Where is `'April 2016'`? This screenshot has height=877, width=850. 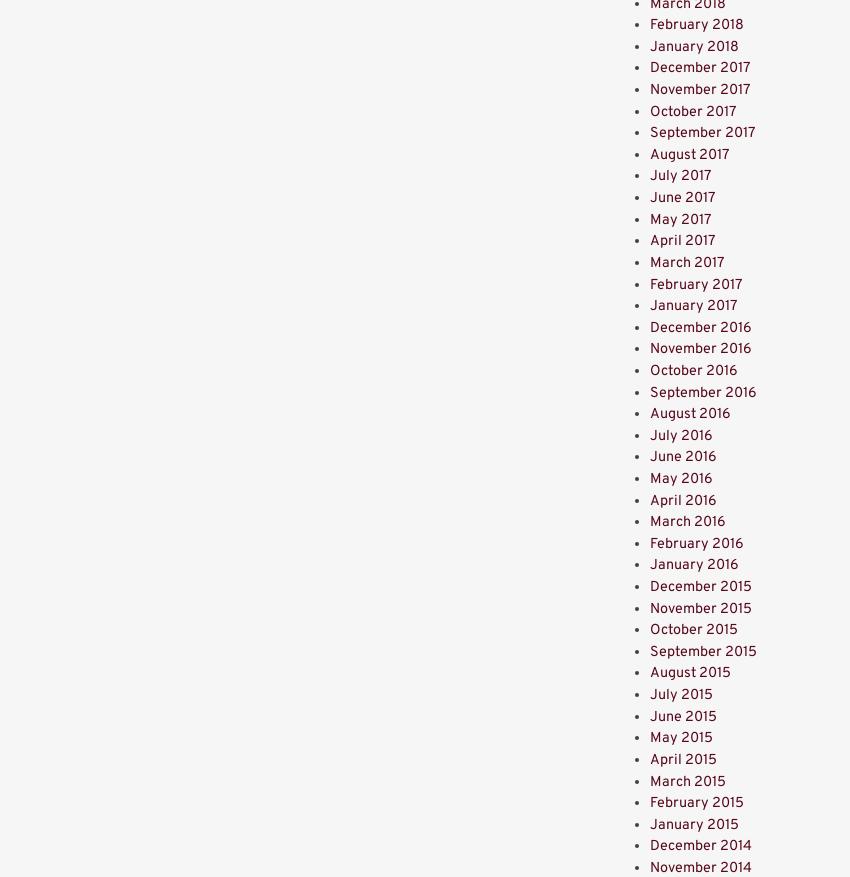 'April 2016' is located at coordinates (682, 499).